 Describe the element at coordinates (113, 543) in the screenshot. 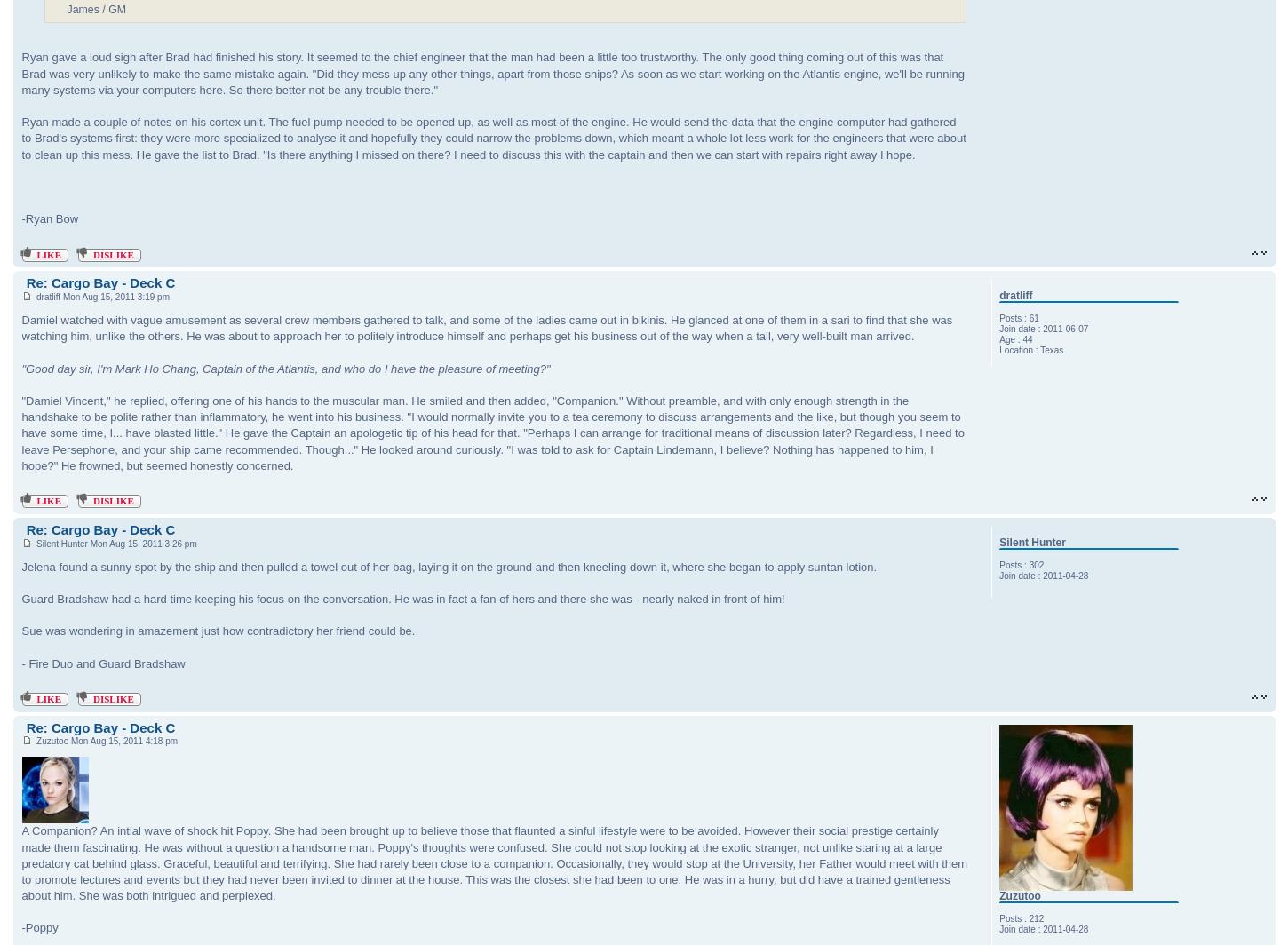

I see `'Silent Hunter Mon Aug 15, 2011 3:26 pm'` at that location.